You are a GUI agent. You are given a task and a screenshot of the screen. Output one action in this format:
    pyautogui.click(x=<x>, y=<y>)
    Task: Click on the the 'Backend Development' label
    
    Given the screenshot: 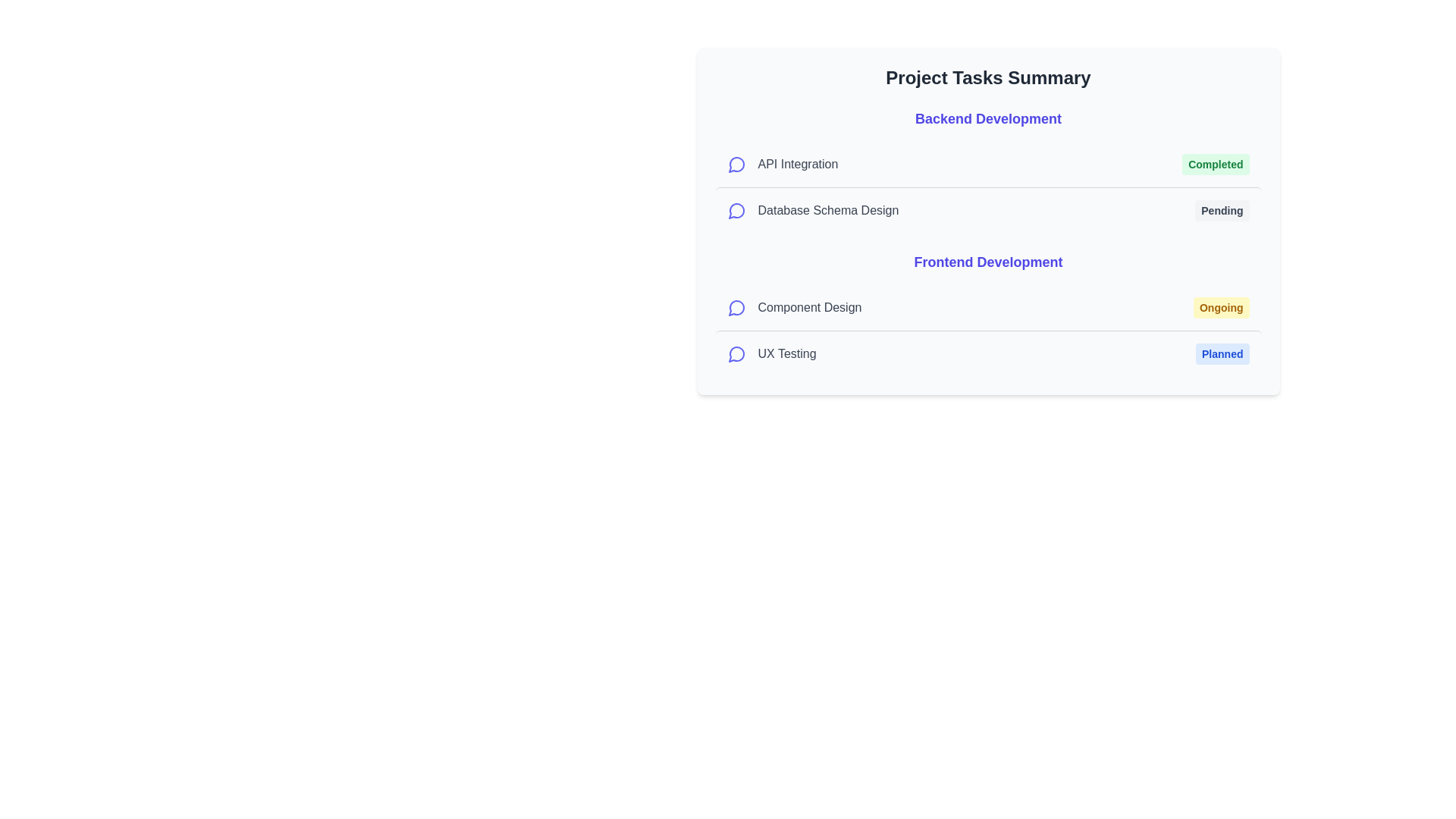 What is the action you would take?
    pyautogui.click(x=988, y=118)
    